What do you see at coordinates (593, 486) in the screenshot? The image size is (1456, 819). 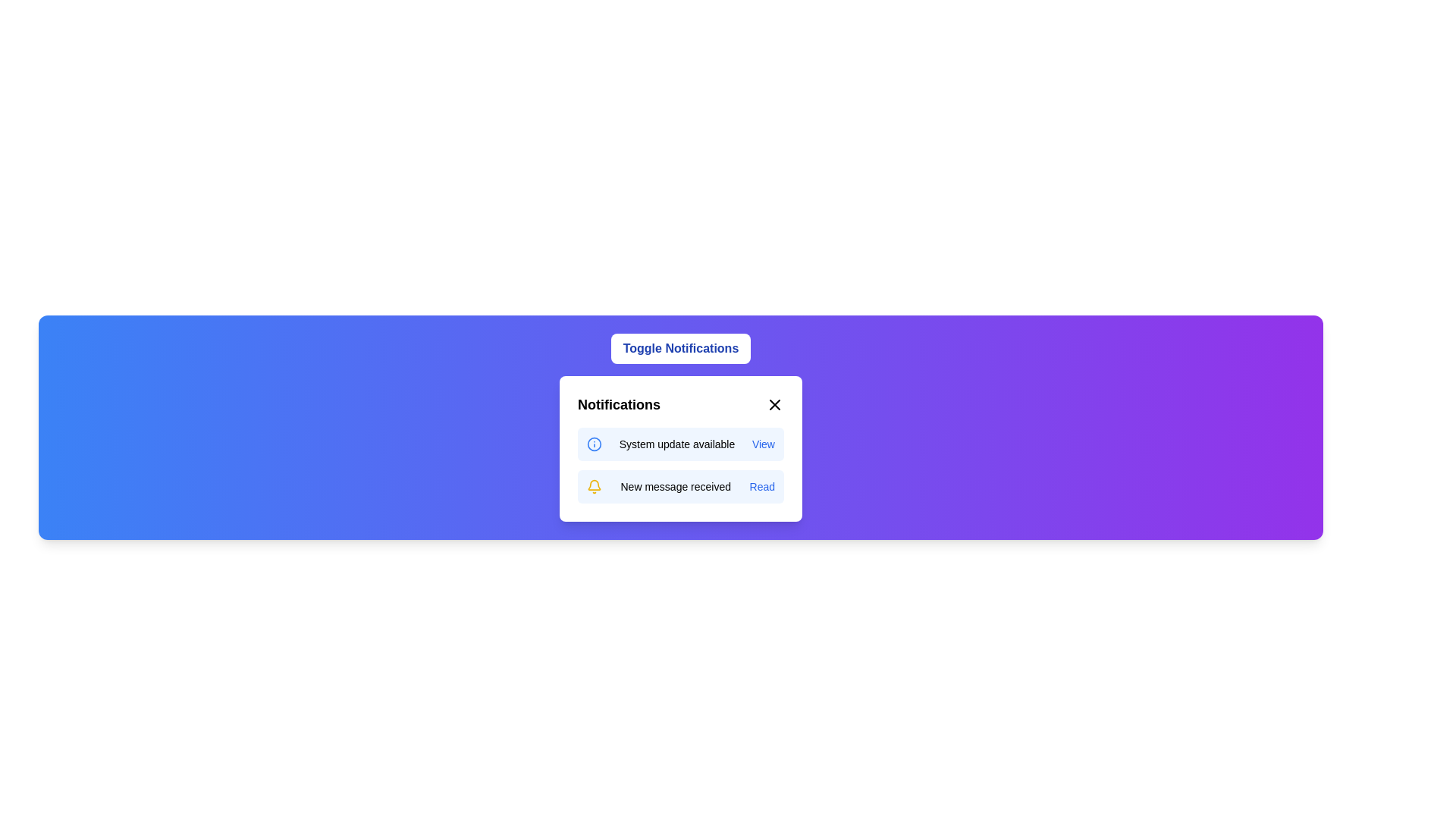 I see `the icon that indicates a new message in the second row of the notifications list, positioned to the left of the text 'New message received'` at bounding box center [593, 486].